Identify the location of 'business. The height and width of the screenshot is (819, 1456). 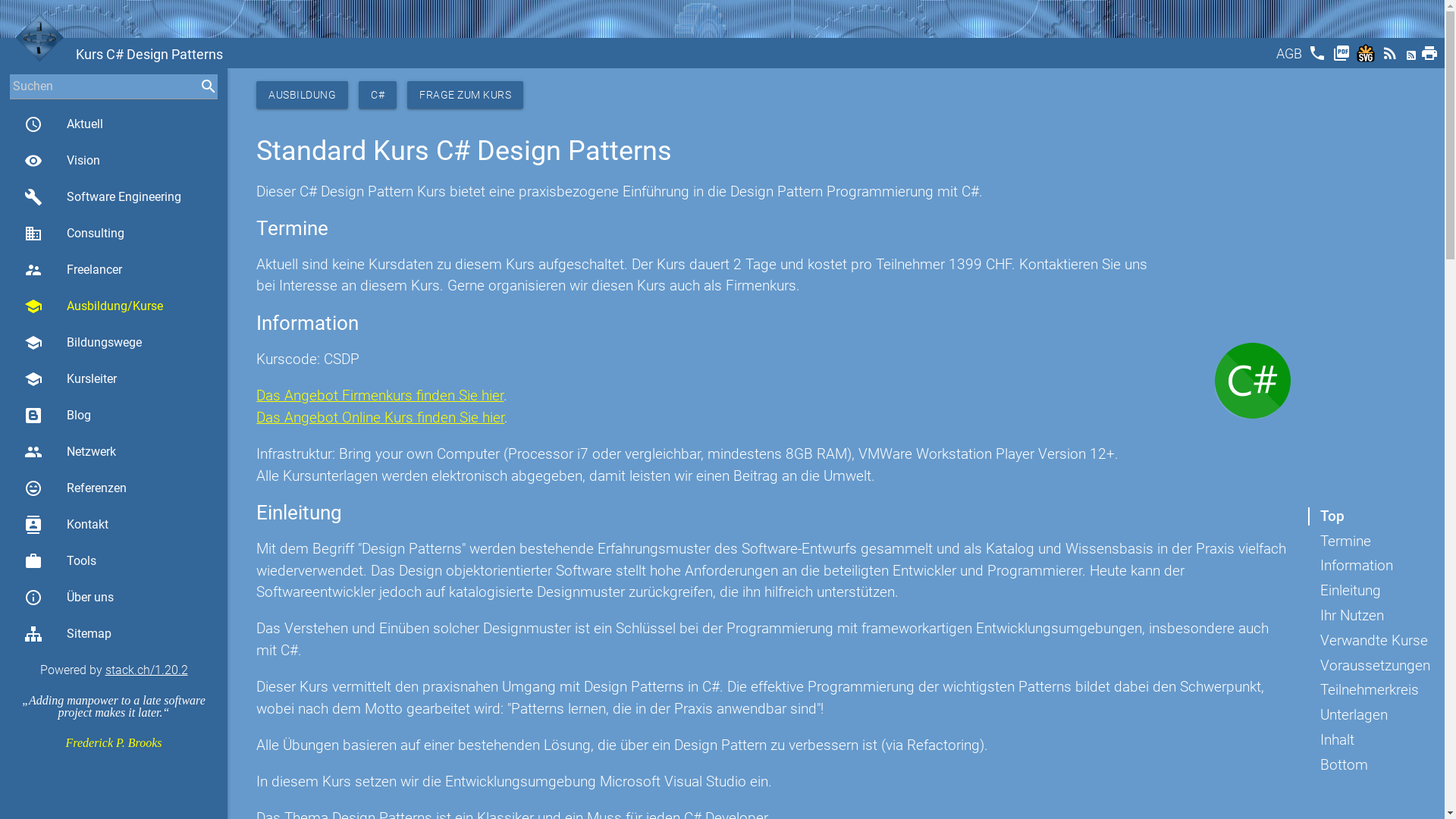
(0, 234).